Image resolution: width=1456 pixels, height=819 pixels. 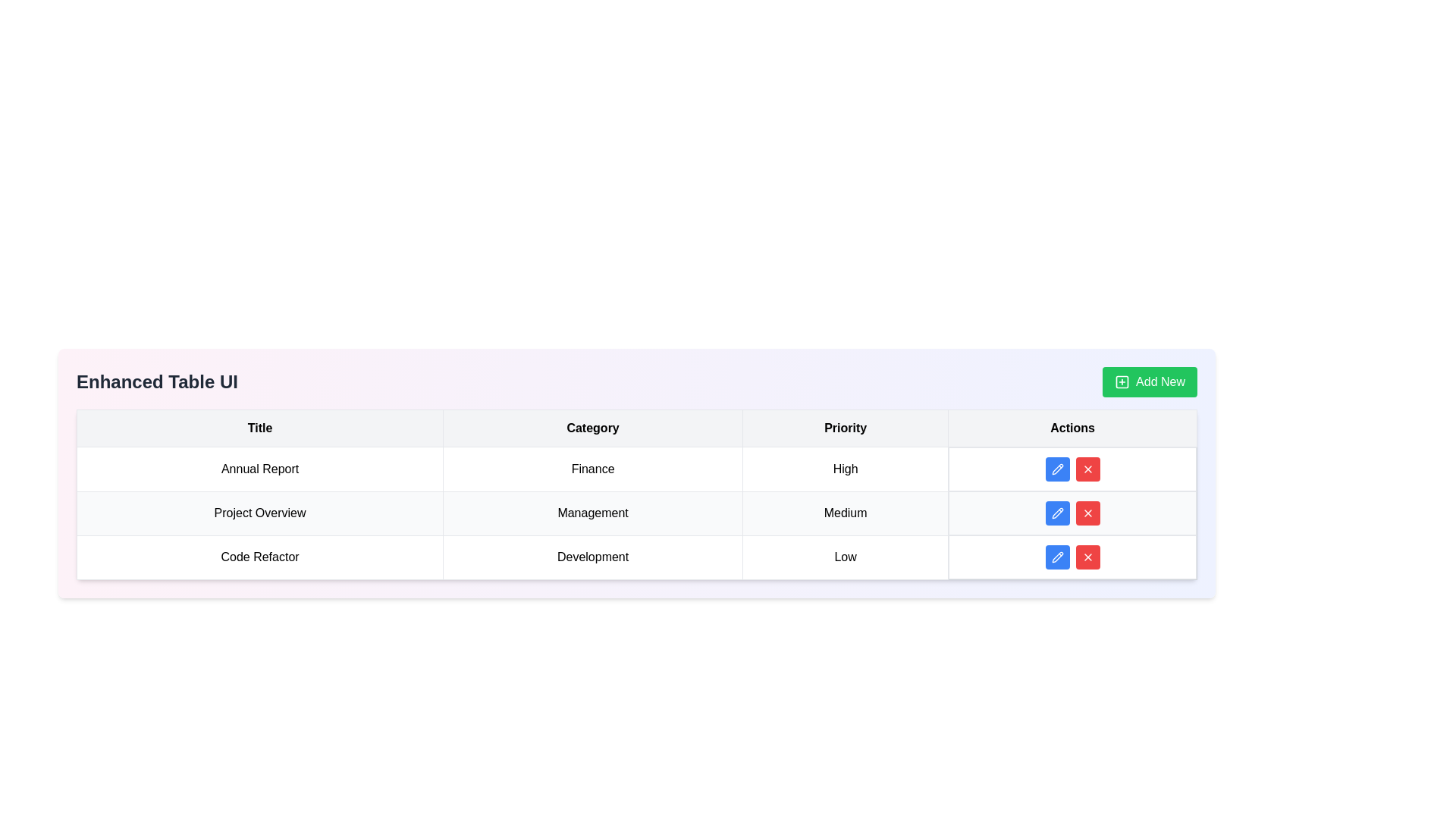 I want to click on the small square with rounded corners that serves as the background for the 'Add New' icon located in the top-right corner of the UI, so click(x=1122, y=381).